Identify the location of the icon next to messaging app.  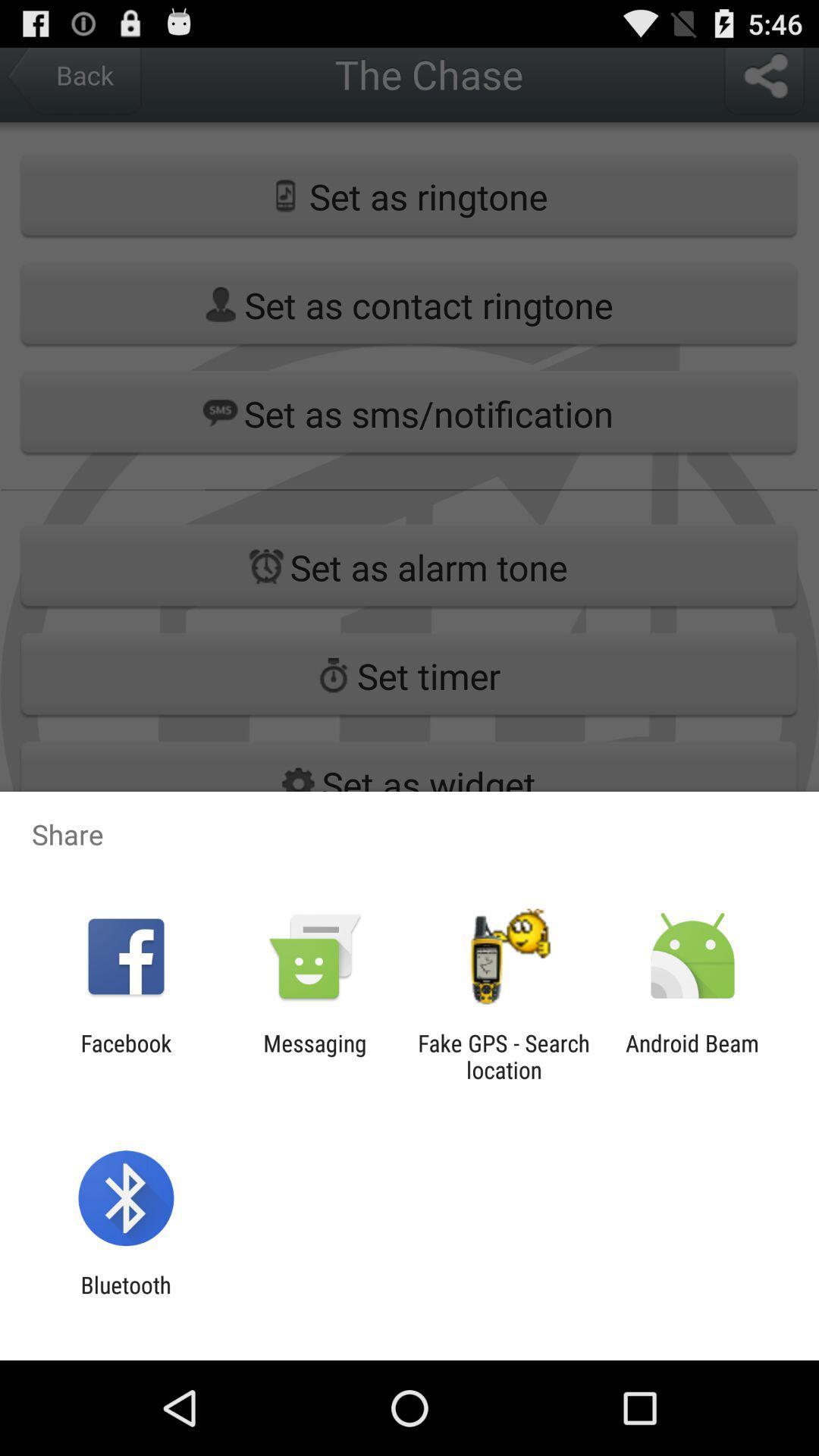
(504, 1056).